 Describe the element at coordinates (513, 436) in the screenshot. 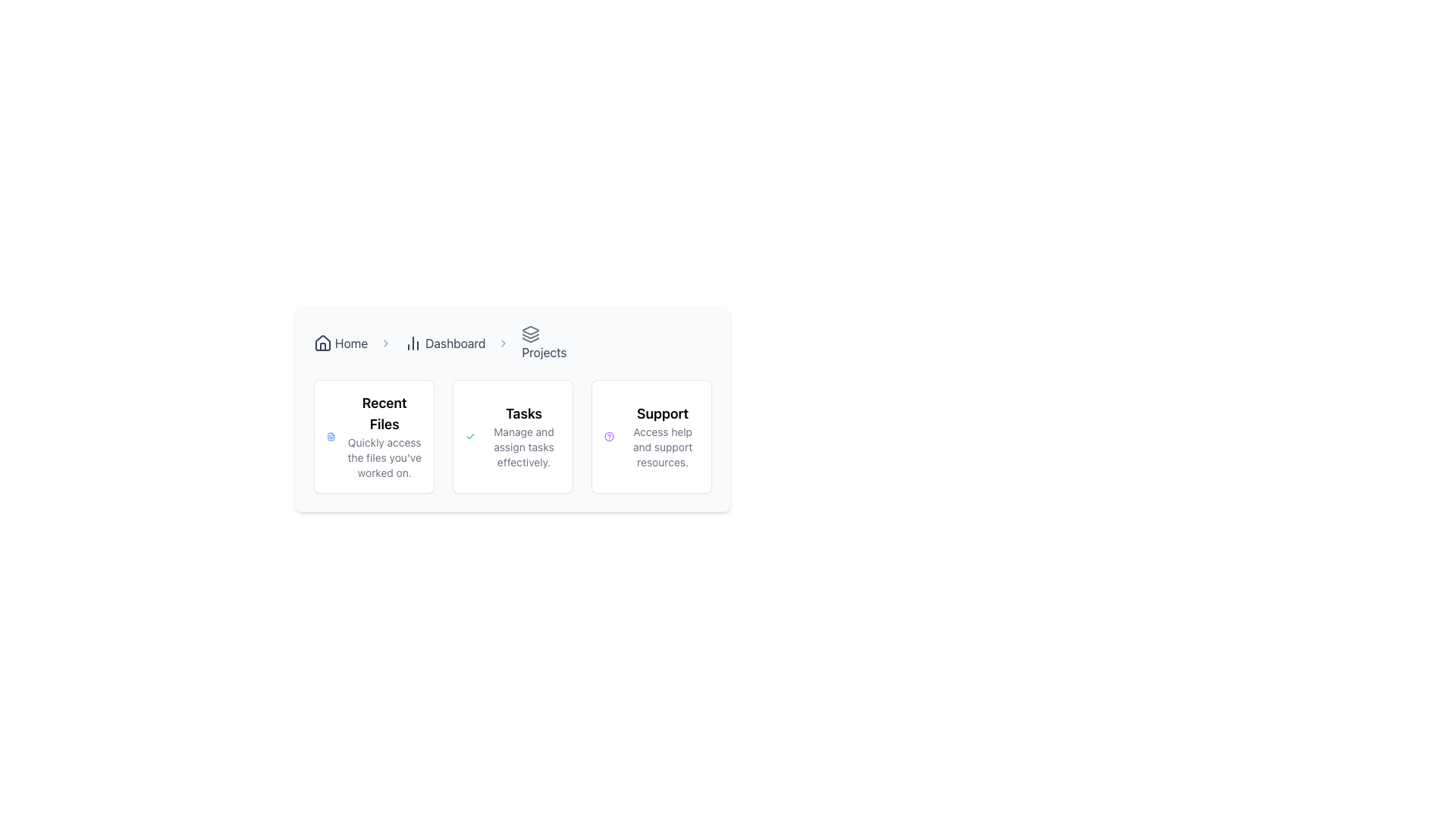

I see `the 'Tasks' section of the Grid Layout to manage and assign tasks effectively` at that location.